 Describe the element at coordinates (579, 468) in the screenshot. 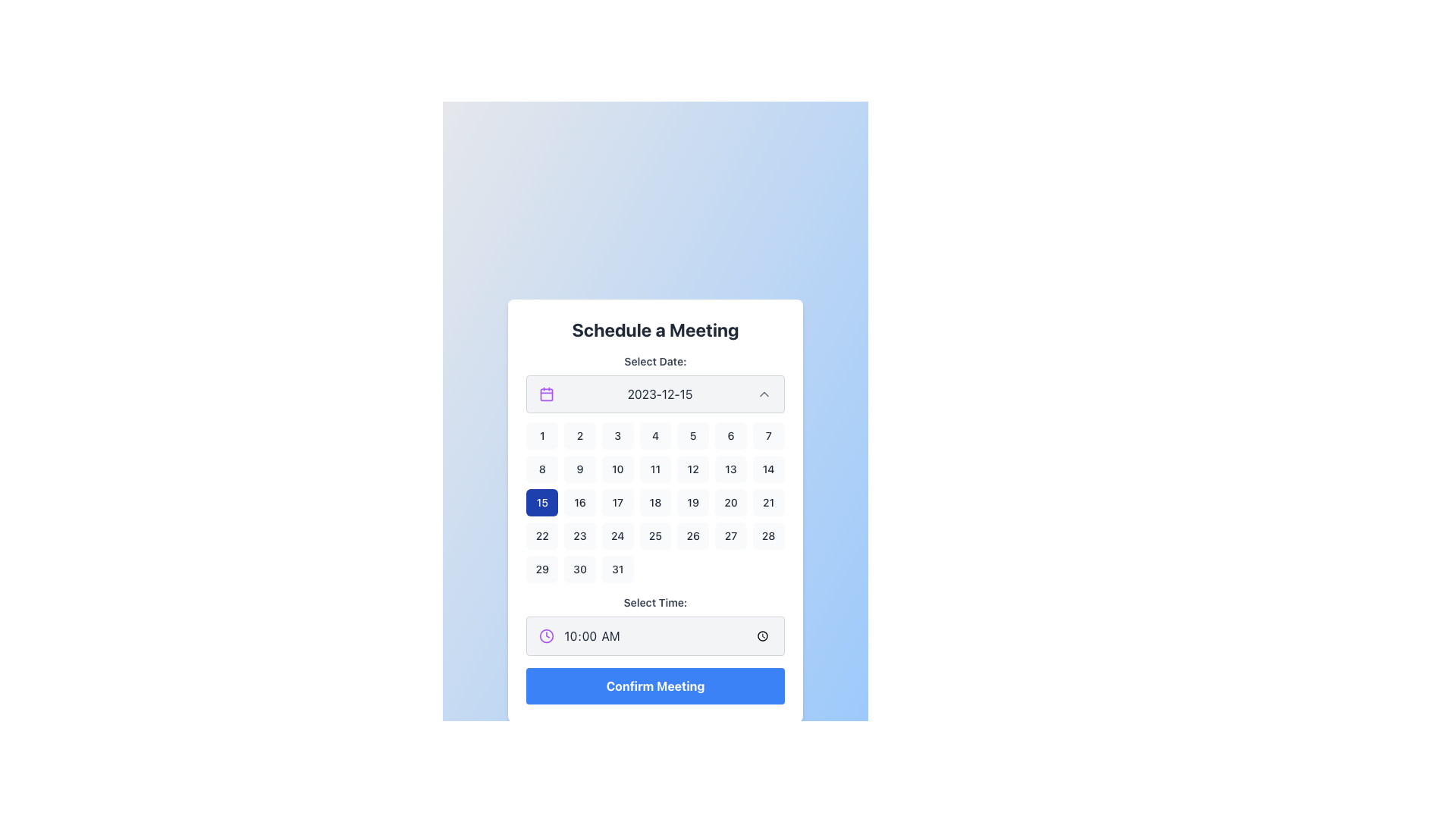

I see `the button that selects the 9th day of the month in the date-picker widget located in the second row and second column of the grid under the 'Select Date' section` at that location.